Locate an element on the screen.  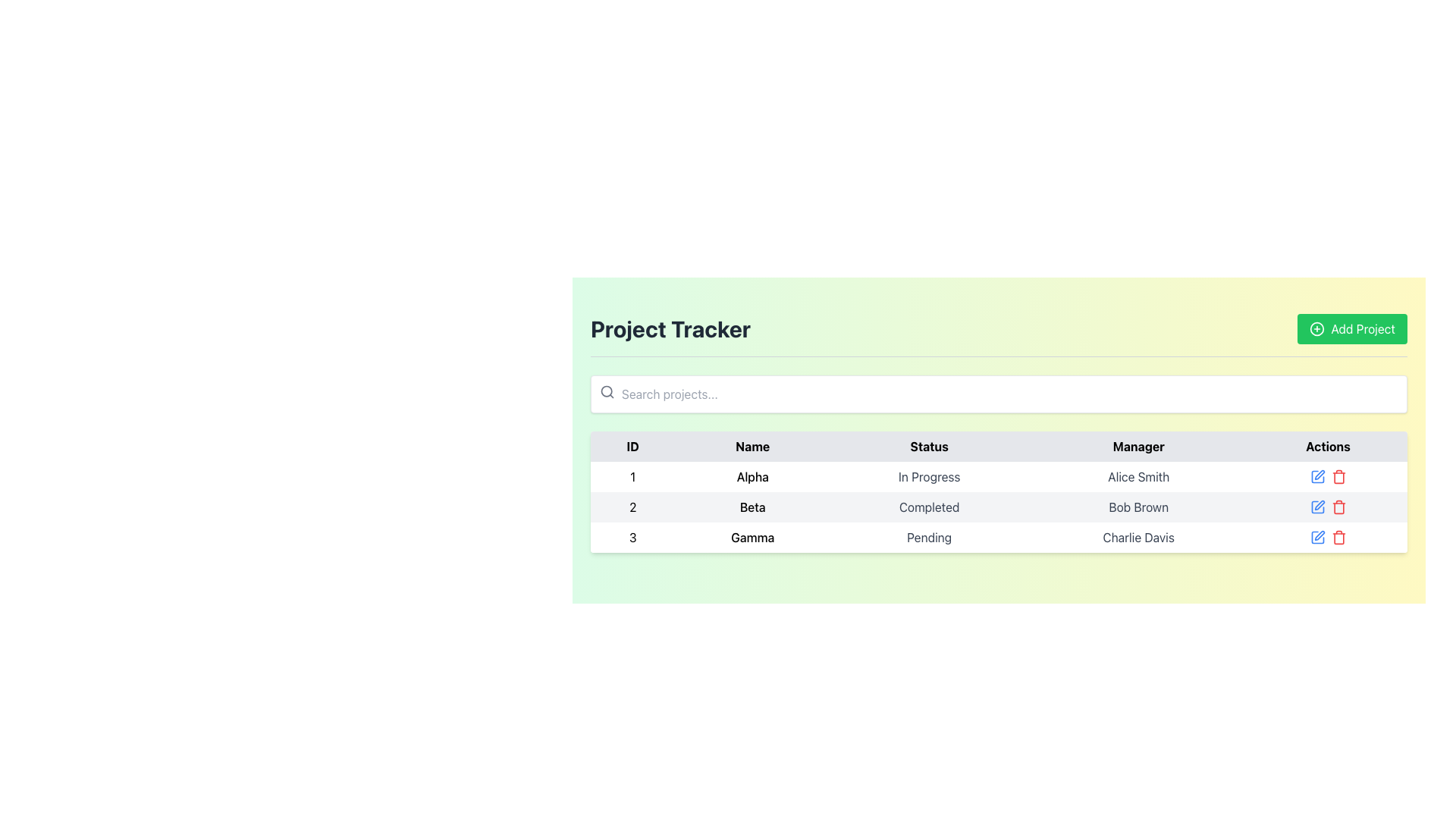
the pen-shaped edit button located in the 'Actions' column of the data table, adjacent to the red delete icon is located at coordinates (1319, 535).